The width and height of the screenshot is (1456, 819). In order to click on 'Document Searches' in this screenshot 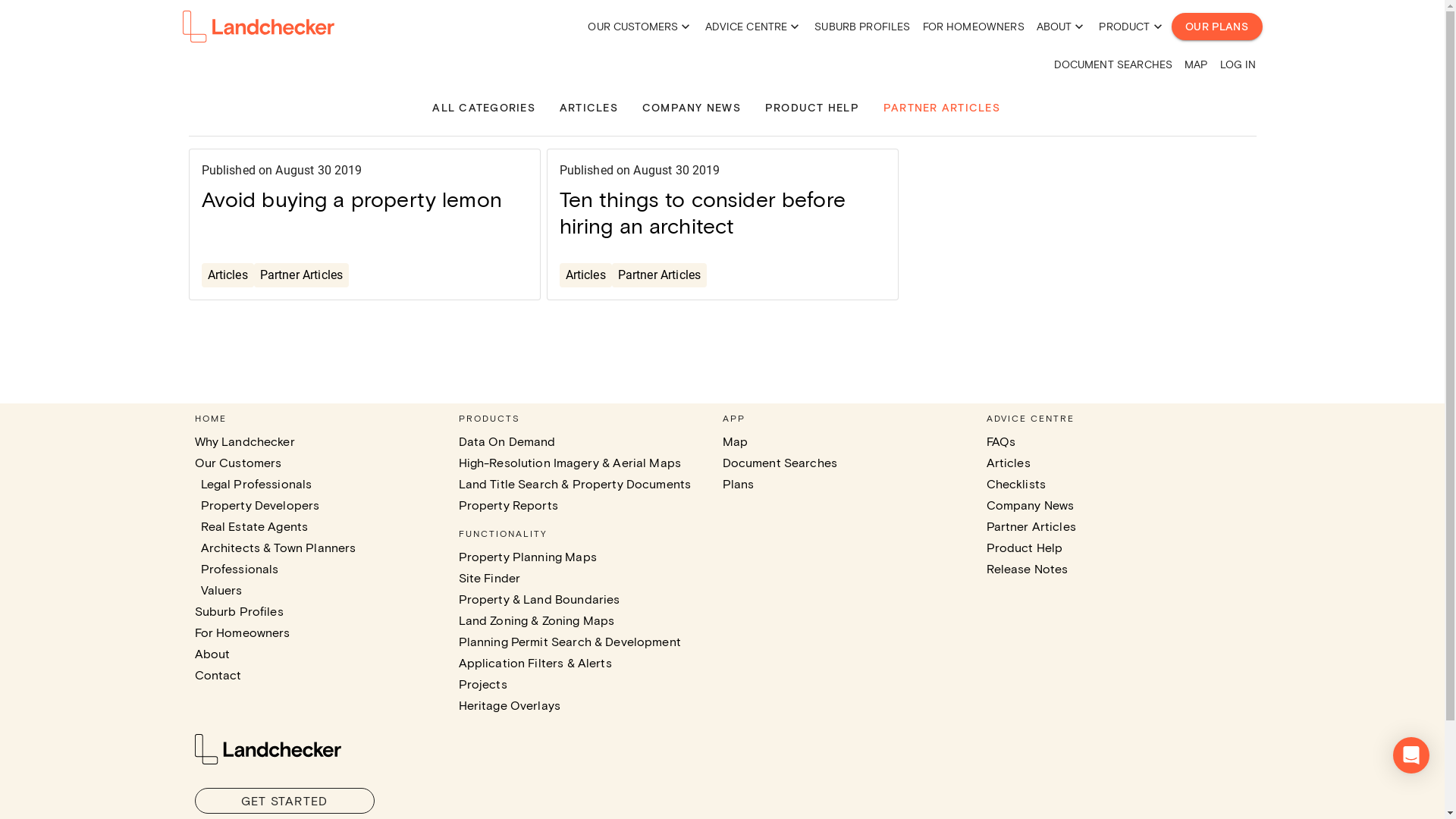, I will do `click(779, 462)`.